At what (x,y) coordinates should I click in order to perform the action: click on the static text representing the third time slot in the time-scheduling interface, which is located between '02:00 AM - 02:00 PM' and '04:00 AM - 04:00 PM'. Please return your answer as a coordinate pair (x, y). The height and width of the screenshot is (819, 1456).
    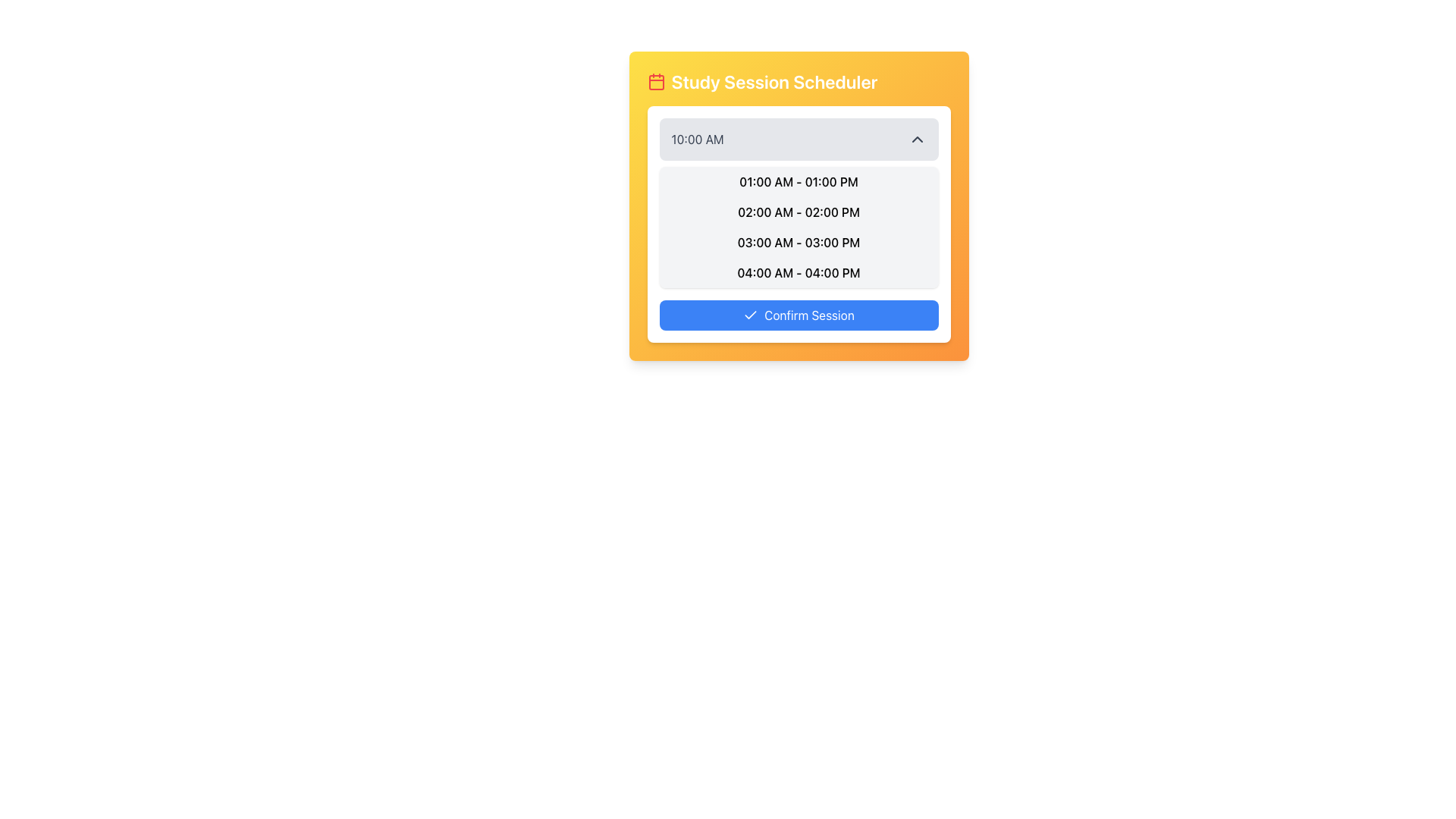
    Looking at the image, I should click on (798, 242).